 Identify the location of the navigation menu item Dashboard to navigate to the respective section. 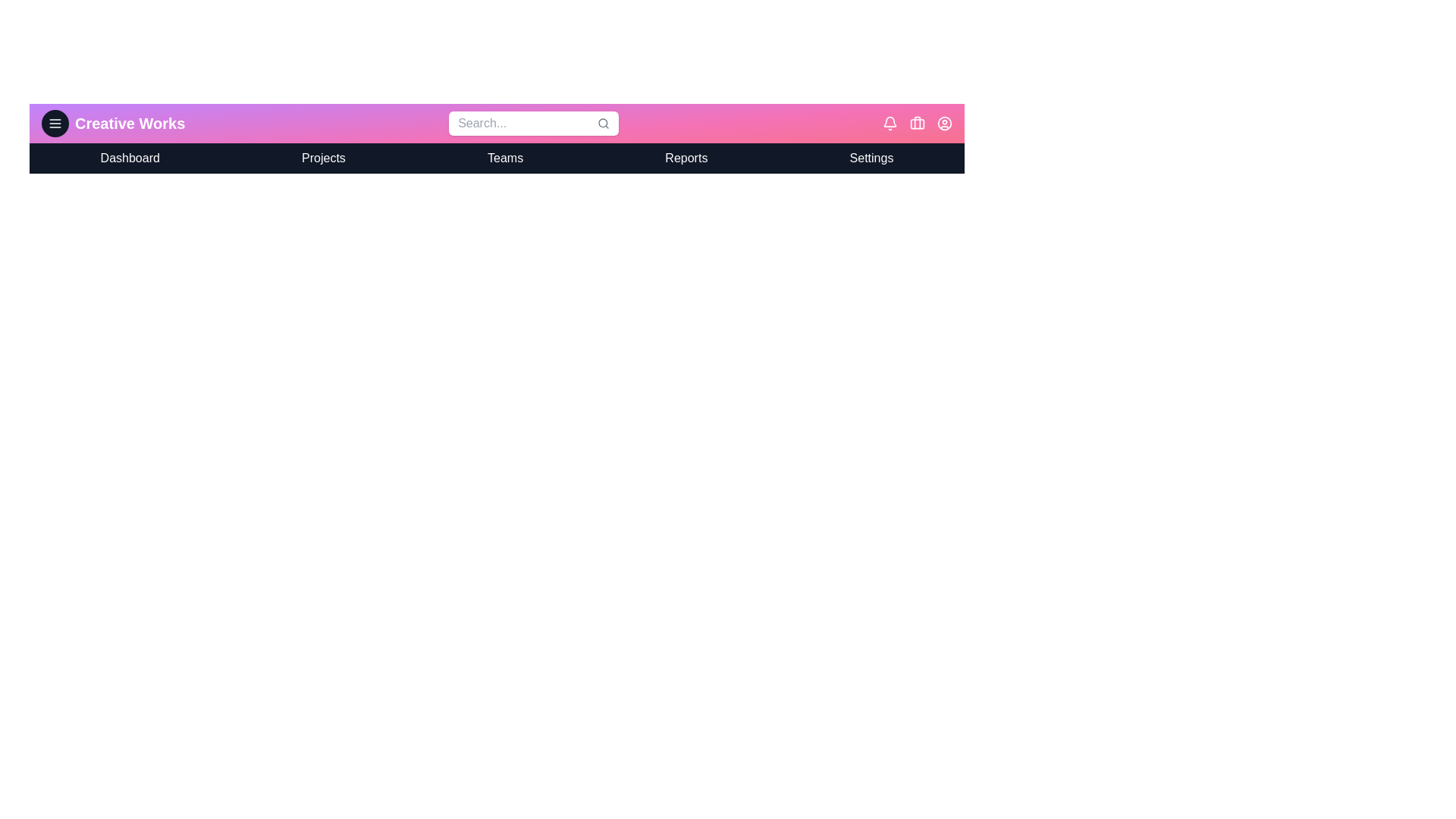
(130, 158).